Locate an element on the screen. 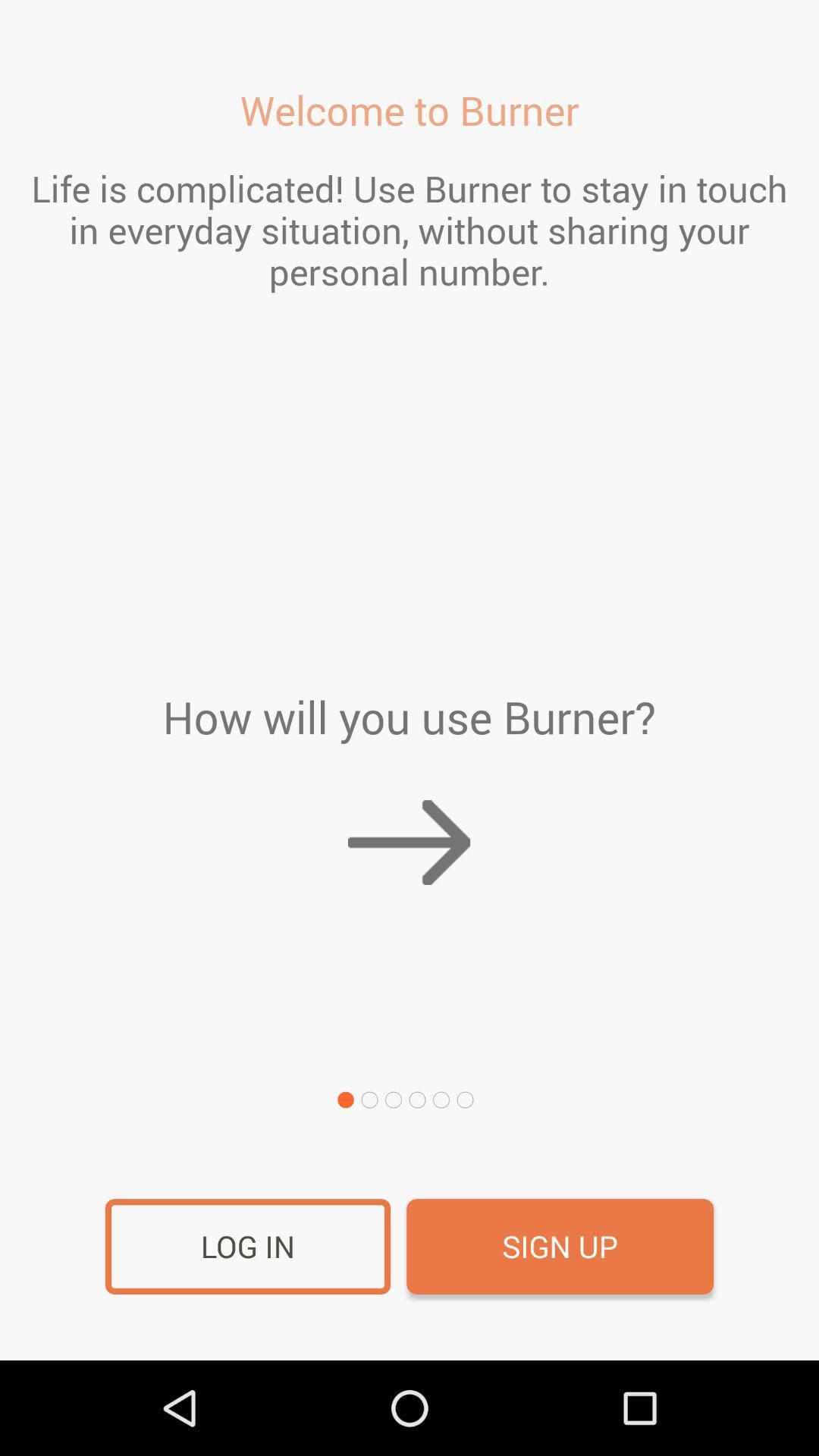 Image resolution: width=819 pixels, height=1456 pixels. the item at the bottom right corner is located at coordinates (560, 1247).